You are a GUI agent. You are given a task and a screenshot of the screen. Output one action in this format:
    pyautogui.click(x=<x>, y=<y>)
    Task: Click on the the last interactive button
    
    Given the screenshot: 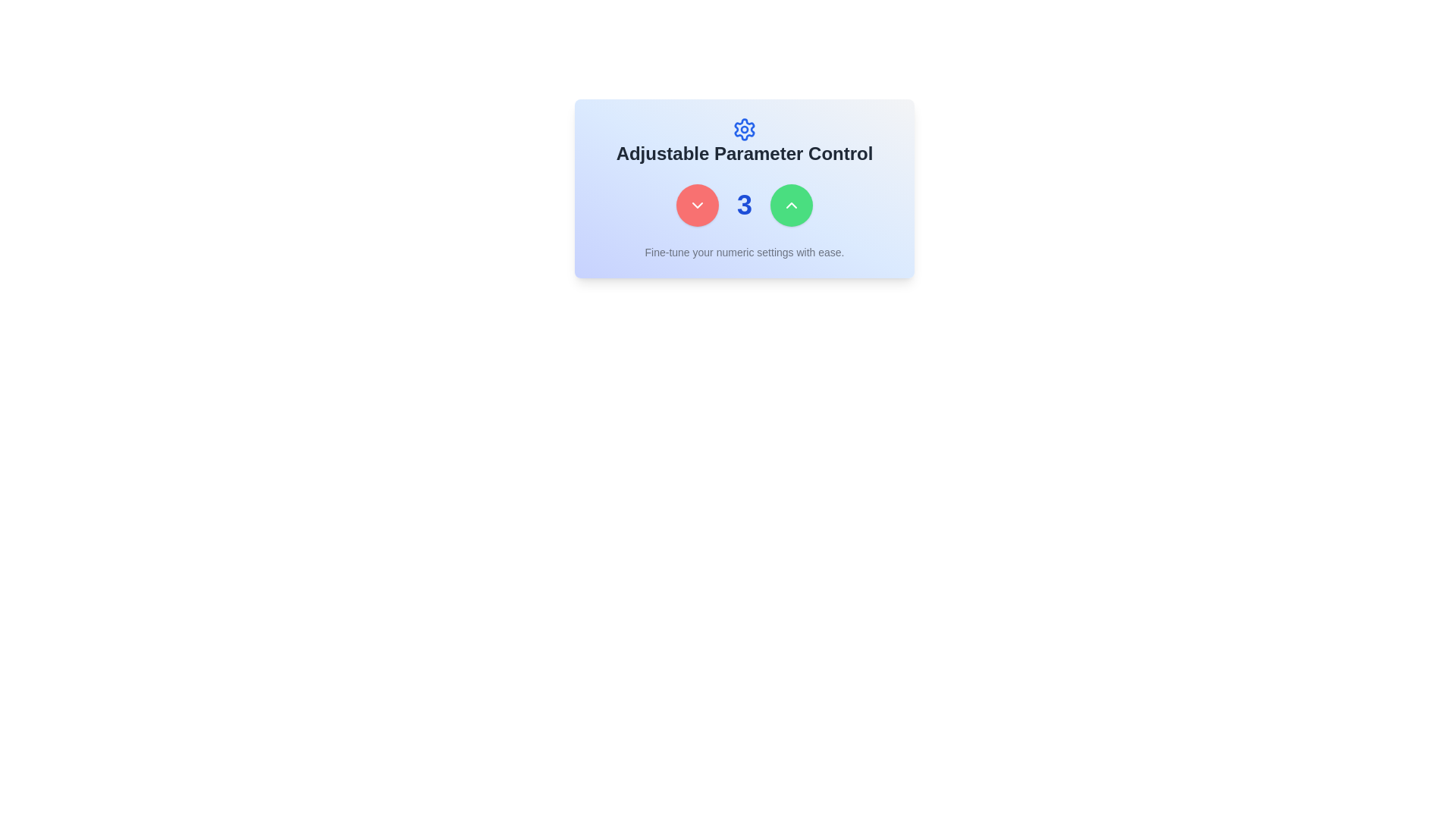 What is the action you would take?
    pyautogui.click(x=791, y=205)
    